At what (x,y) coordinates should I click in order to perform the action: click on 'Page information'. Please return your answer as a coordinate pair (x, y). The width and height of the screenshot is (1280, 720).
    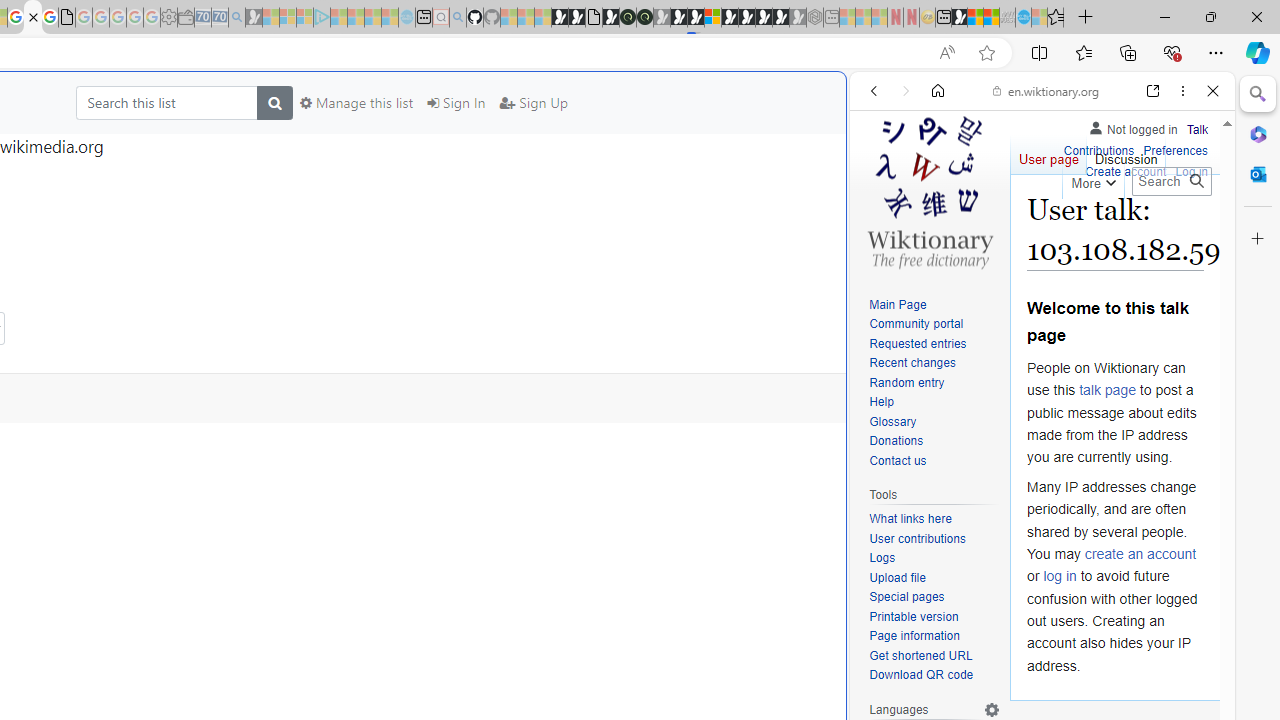
    Looking at the image, I should click on (934, 637).